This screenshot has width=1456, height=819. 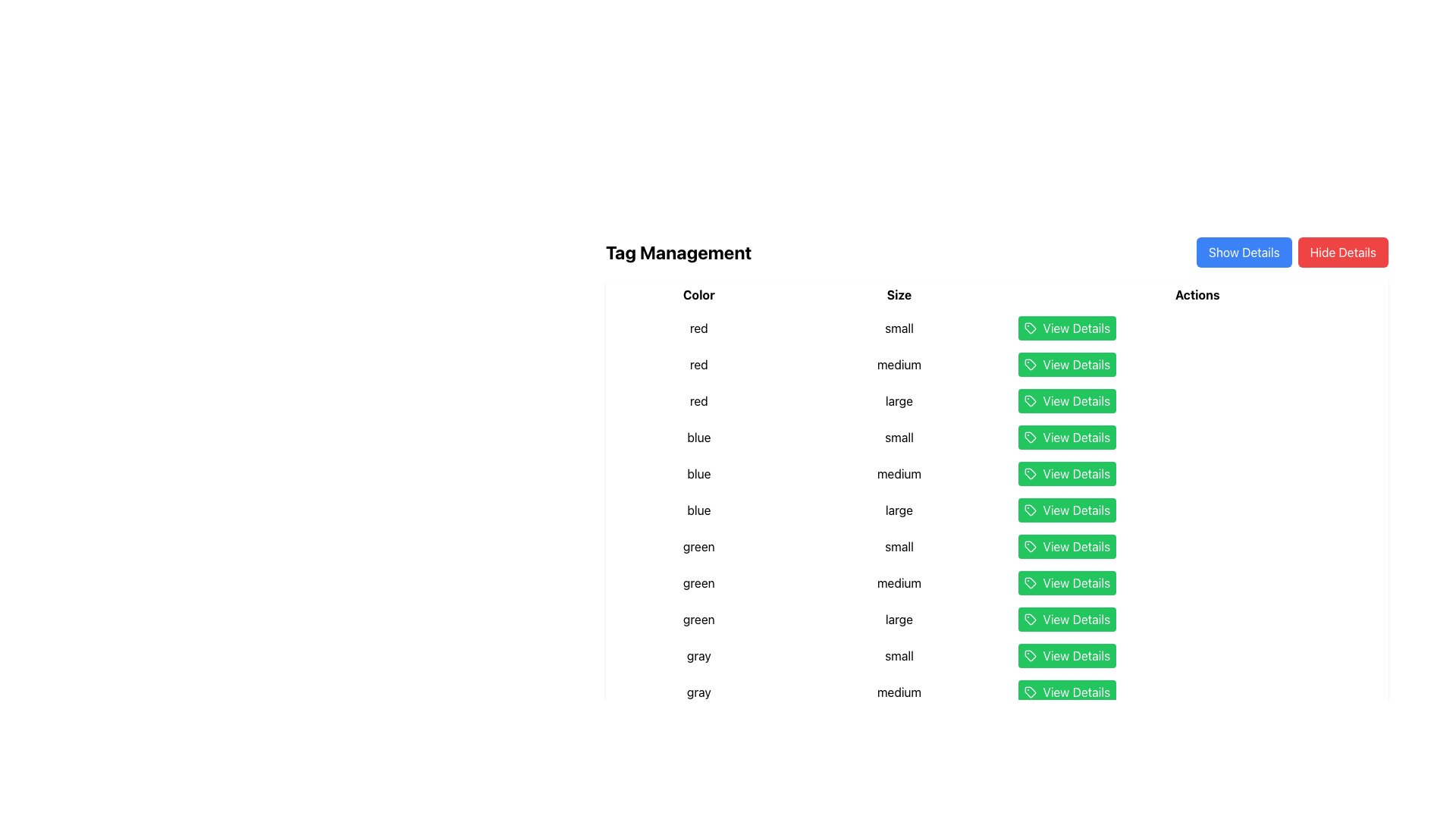 I want to click on the action button in the eleventh row of the data table under the 'Actions' section for the 'medium' size in the 'gray' color category, so click(x=997, y=692).